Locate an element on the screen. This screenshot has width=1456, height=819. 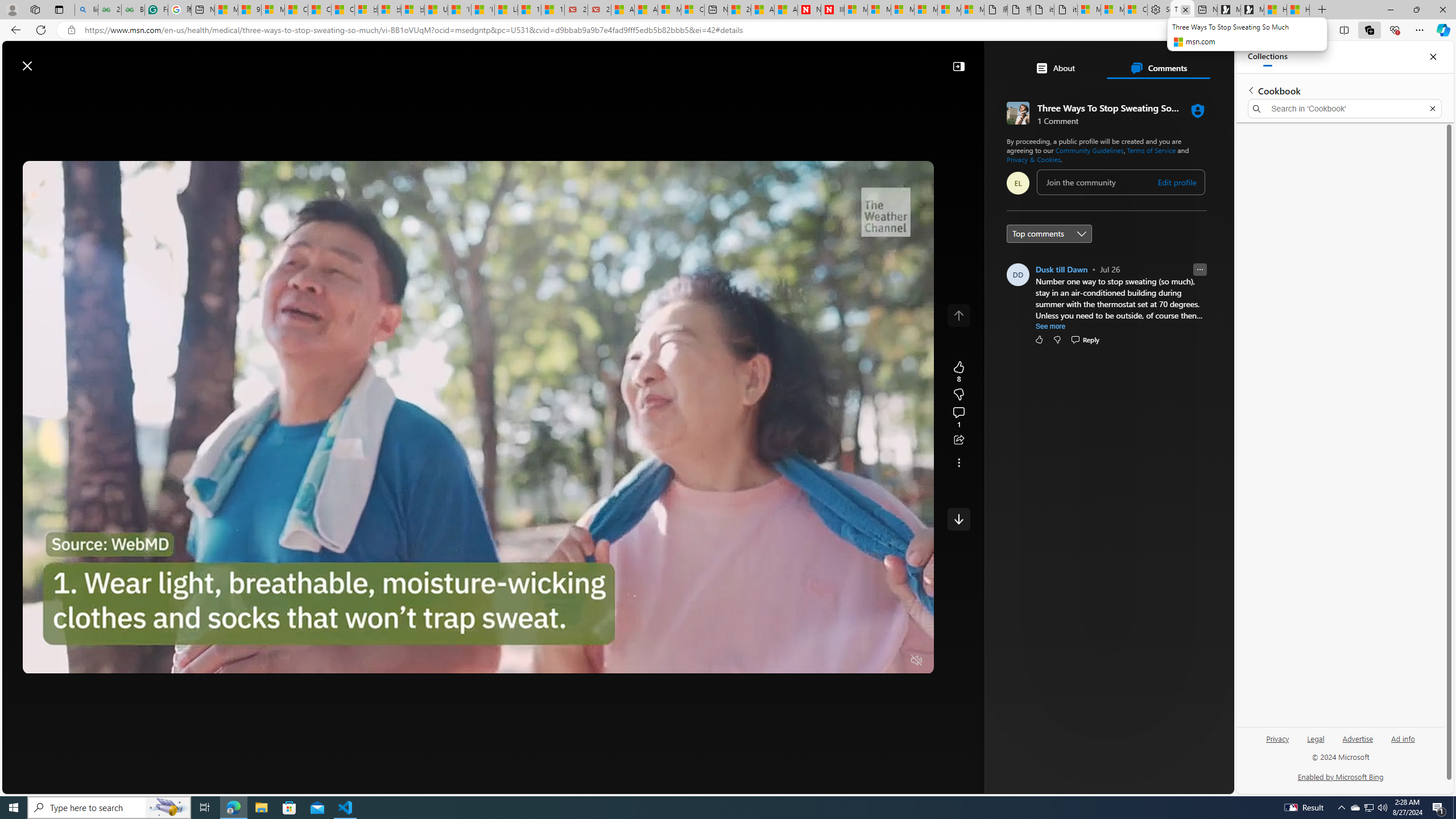
'Edit profile' is located at coordinates (1176, 181).